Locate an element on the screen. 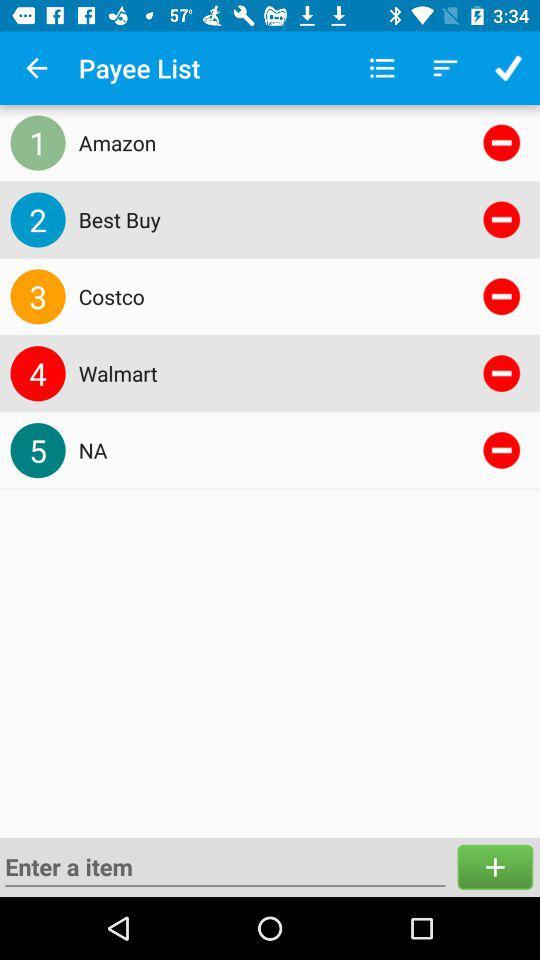 The image size is (540, 960). the add icon is located at coordinates (494, 866).